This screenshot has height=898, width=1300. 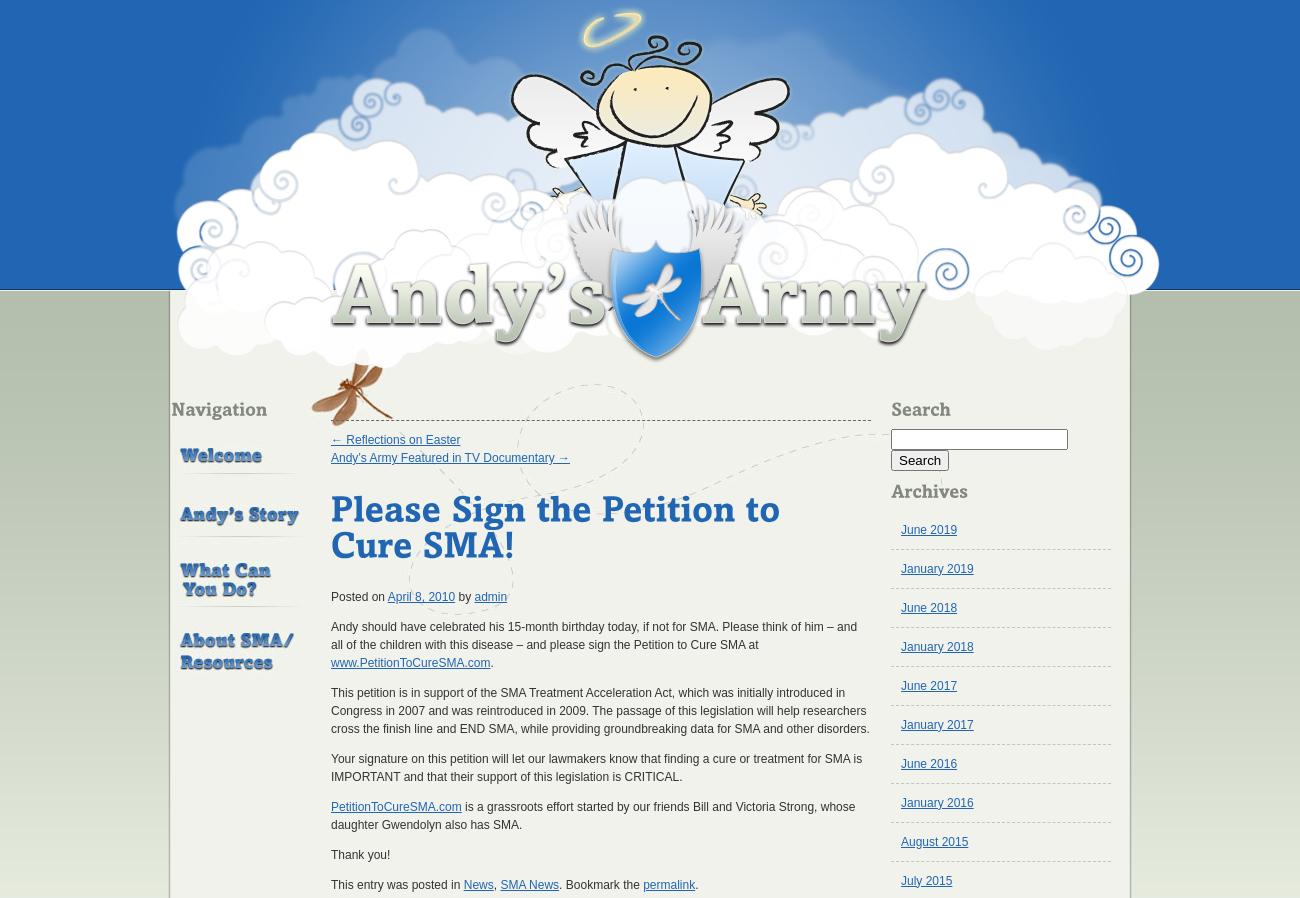 What do you see at coordinates (420, 595) in the screenshot?
I see `'April 8, 2010'` at bounding box center [420, 595].